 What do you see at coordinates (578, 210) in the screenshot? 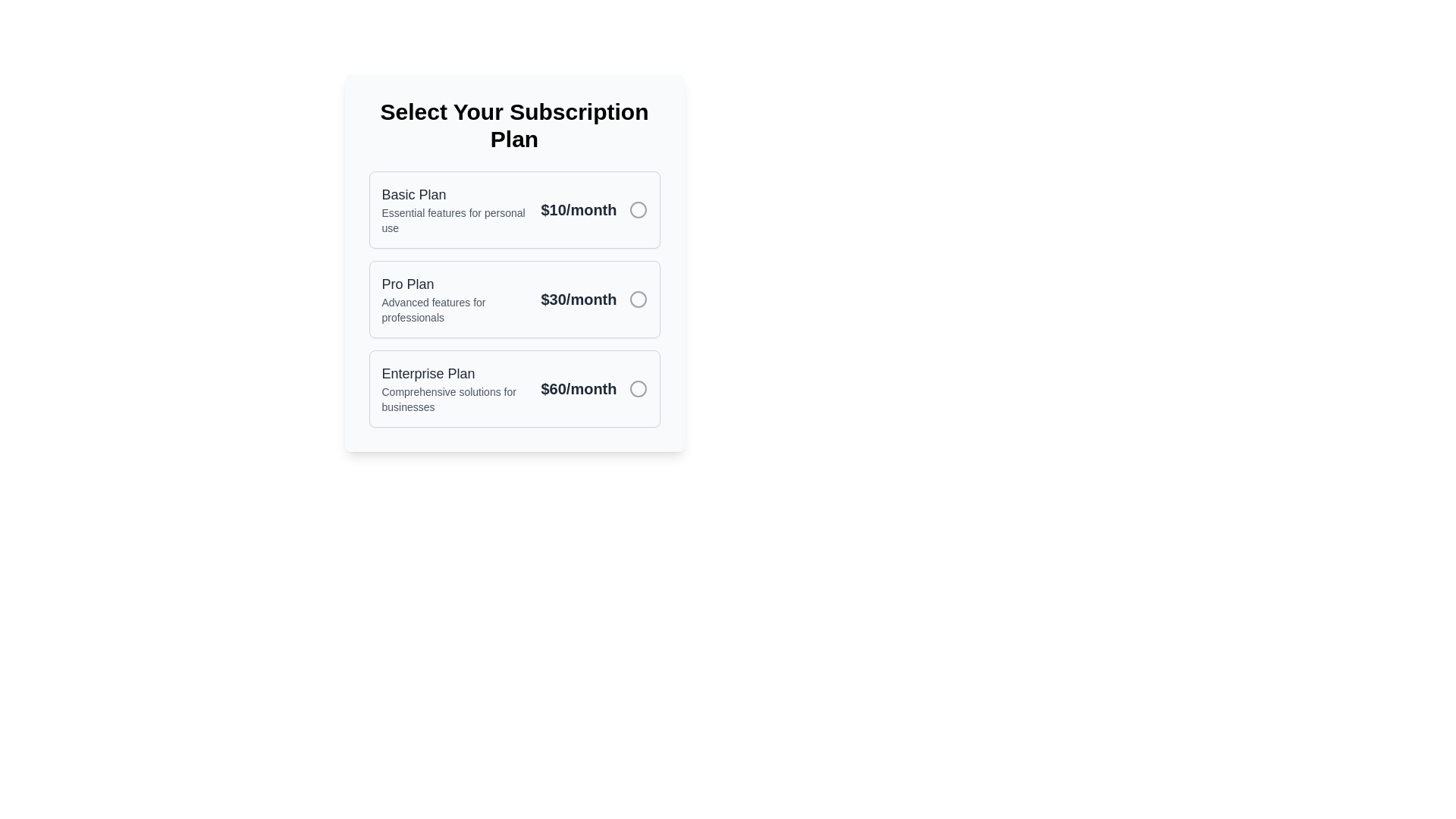
I see `pricing information displayed as '$10/month' in bold gray text within the subscription selection interface for the 'Basic Plan'` at bounding box center [578, 210].